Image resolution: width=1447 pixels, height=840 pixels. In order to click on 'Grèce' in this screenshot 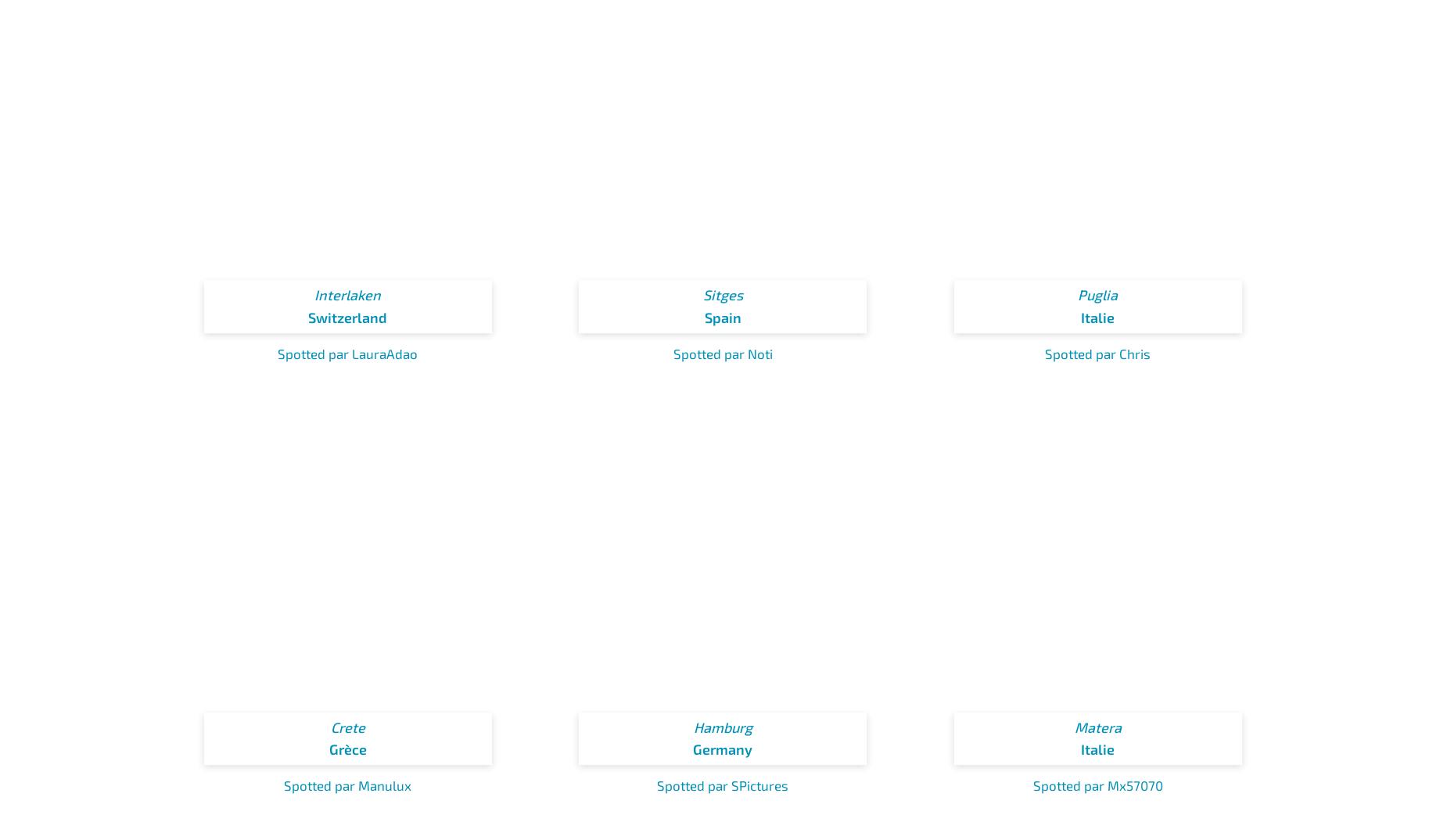, I will do `click(327, 749)`.